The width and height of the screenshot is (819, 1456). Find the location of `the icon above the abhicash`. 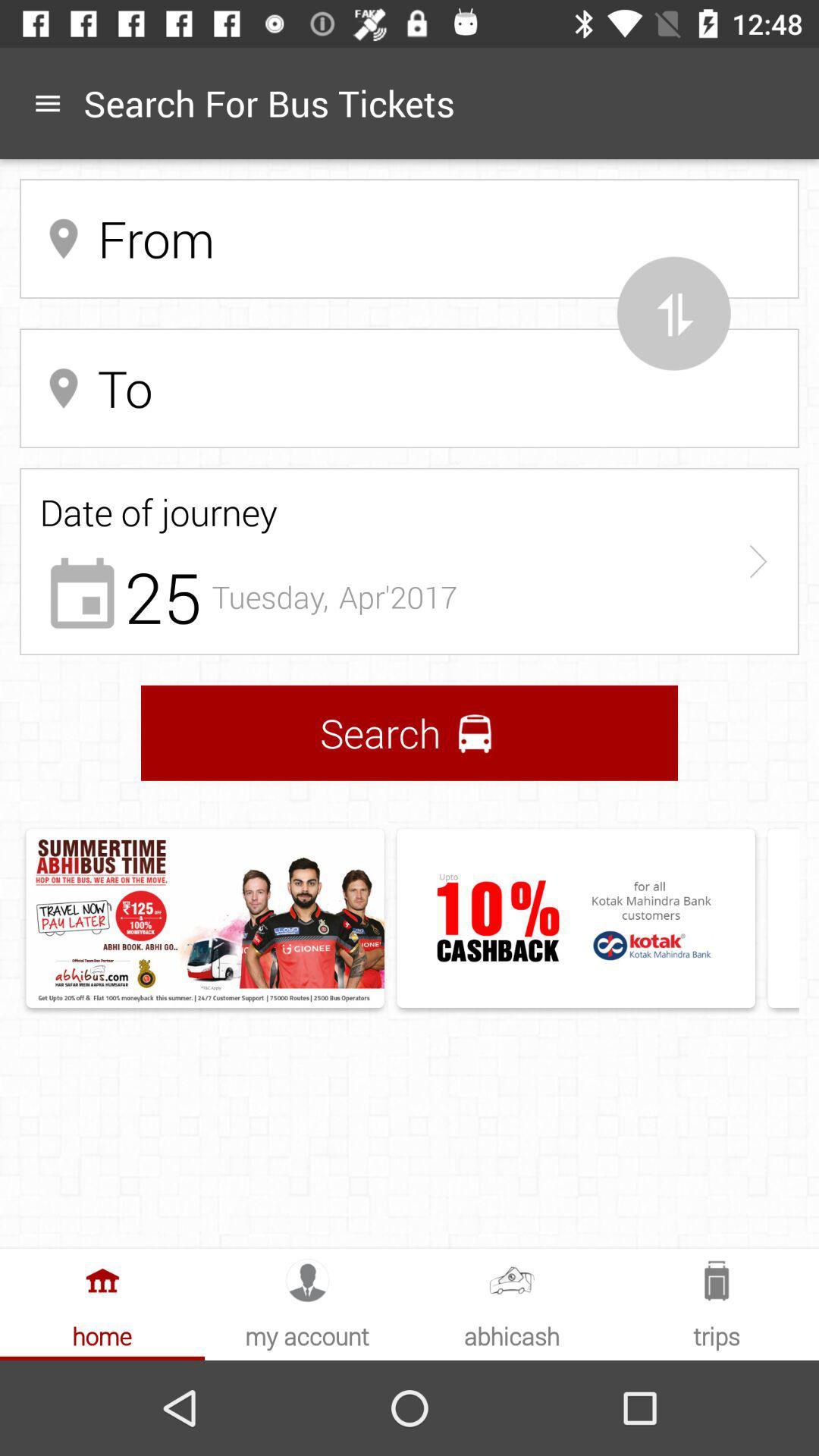

the icon above the abhicash is located at coordinates (512, 1279).